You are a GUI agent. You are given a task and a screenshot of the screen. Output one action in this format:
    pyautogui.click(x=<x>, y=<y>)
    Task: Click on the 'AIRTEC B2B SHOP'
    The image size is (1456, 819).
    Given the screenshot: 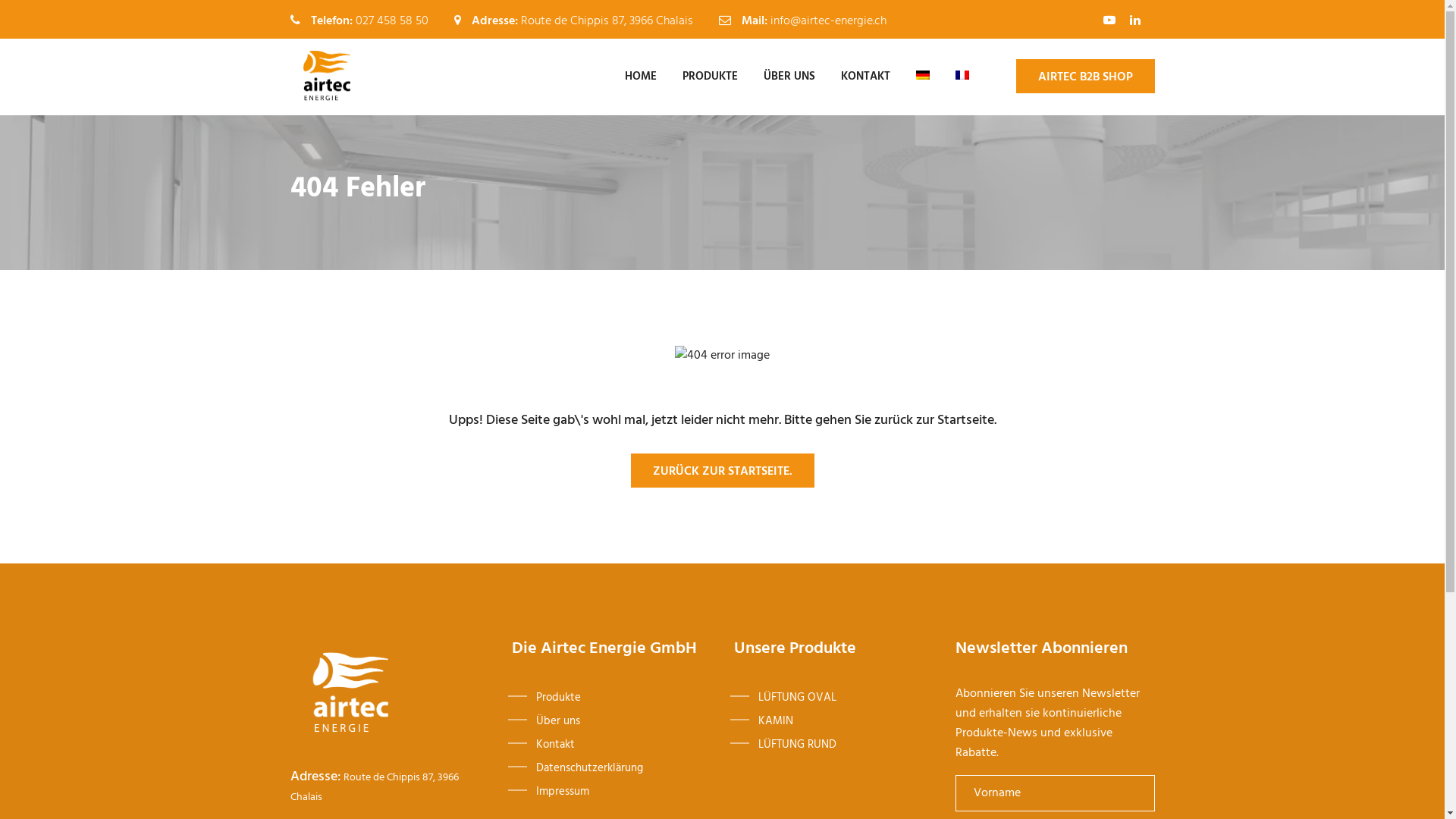 What is the action you would take?
    pyautogui.click(x=1084, y=76)
    